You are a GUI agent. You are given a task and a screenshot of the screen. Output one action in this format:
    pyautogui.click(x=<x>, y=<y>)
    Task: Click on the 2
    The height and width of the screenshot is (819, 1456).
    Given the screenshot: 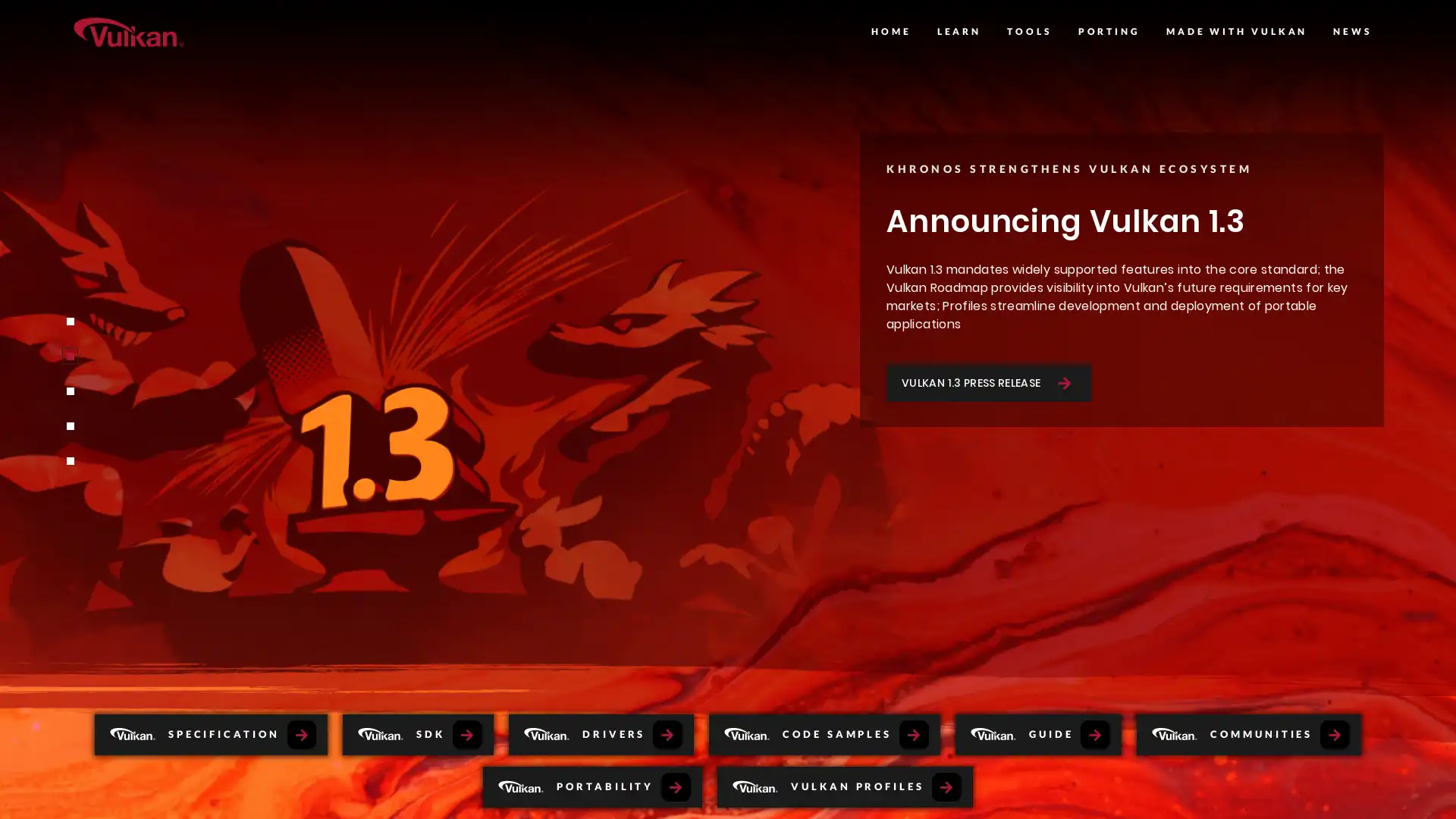 What is the action you would take?
    pyautogui.click(x=68, y=356)
    